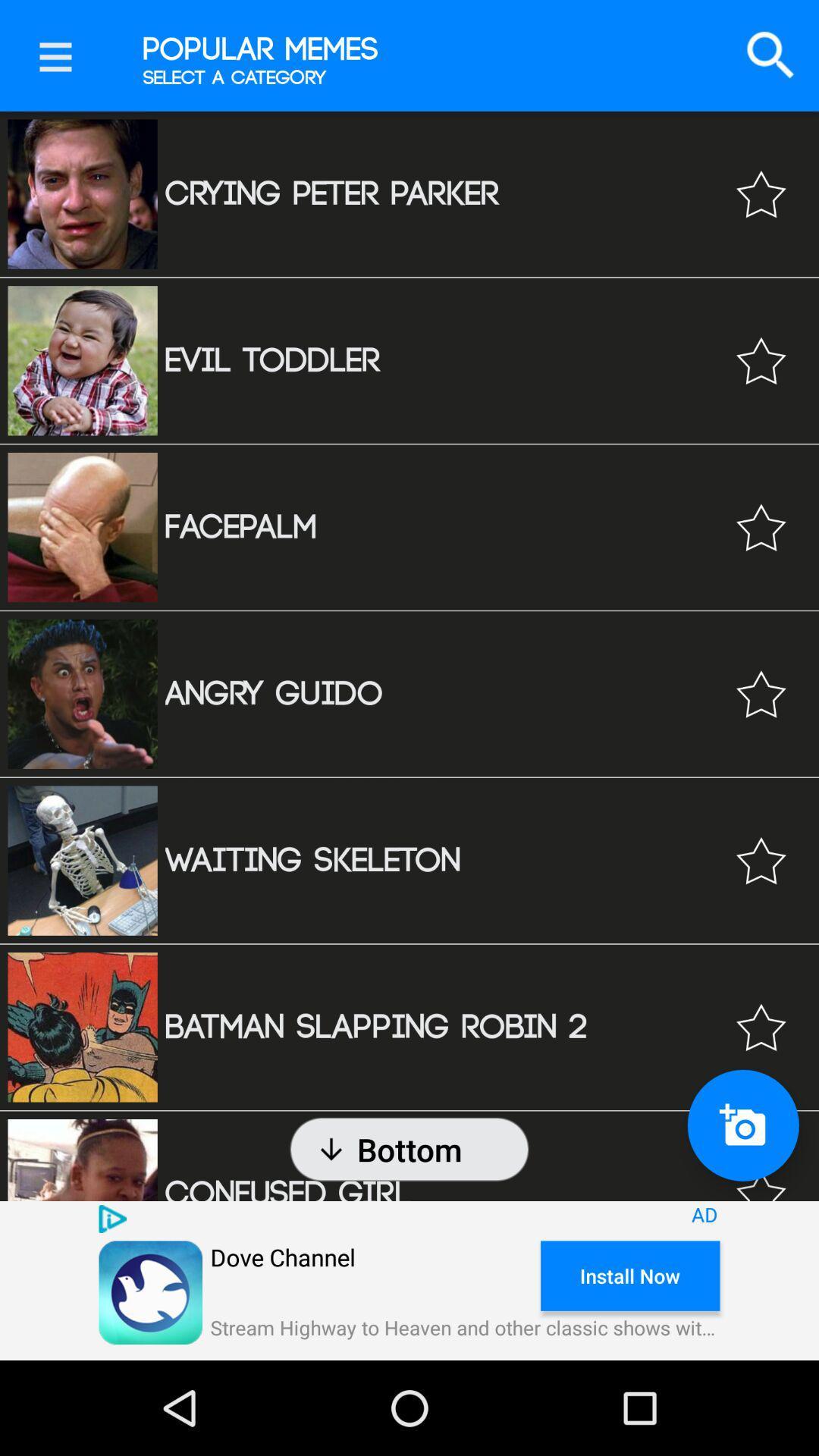 The image size is (819, 1456). Describe the element at coordinates (742, 1125) in the screenshot. I see `take a photo` at that location.